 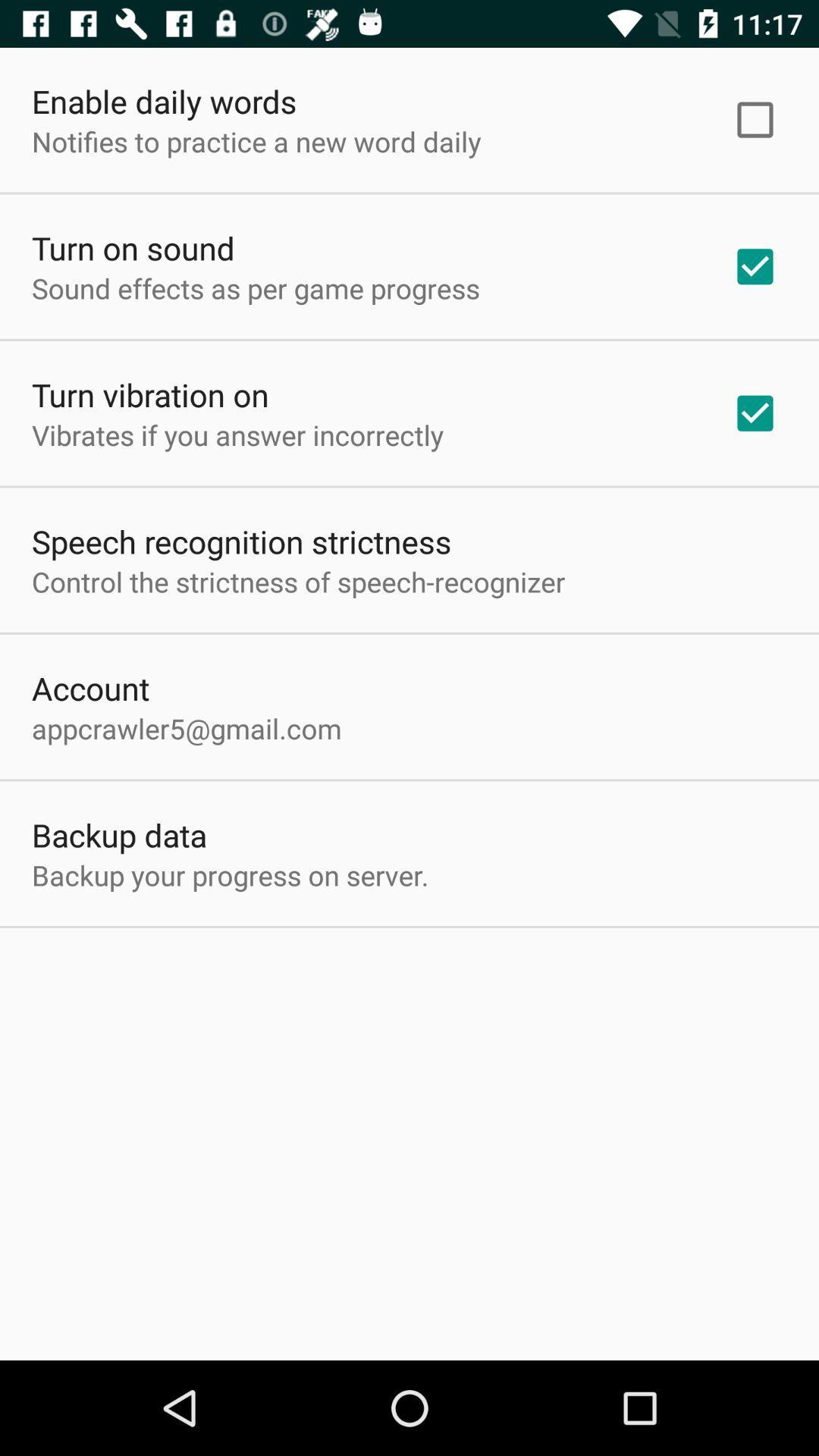 What do you see at coordinates (90, 687) in the screenshot?
I see `account app` at bounding box center [90, 687].